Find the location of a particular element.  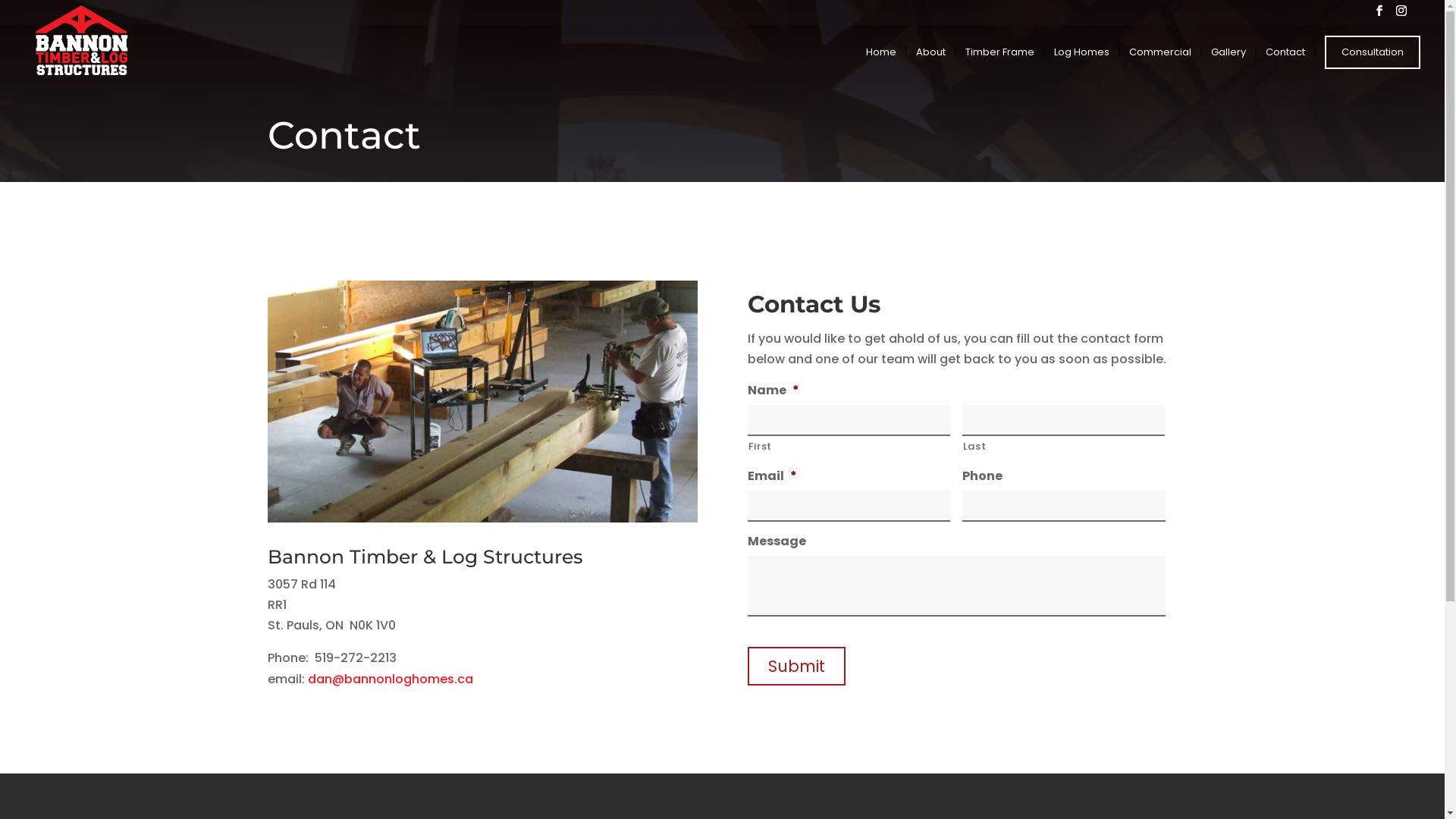

'Consultation' is located at coordinates (1324, 51).